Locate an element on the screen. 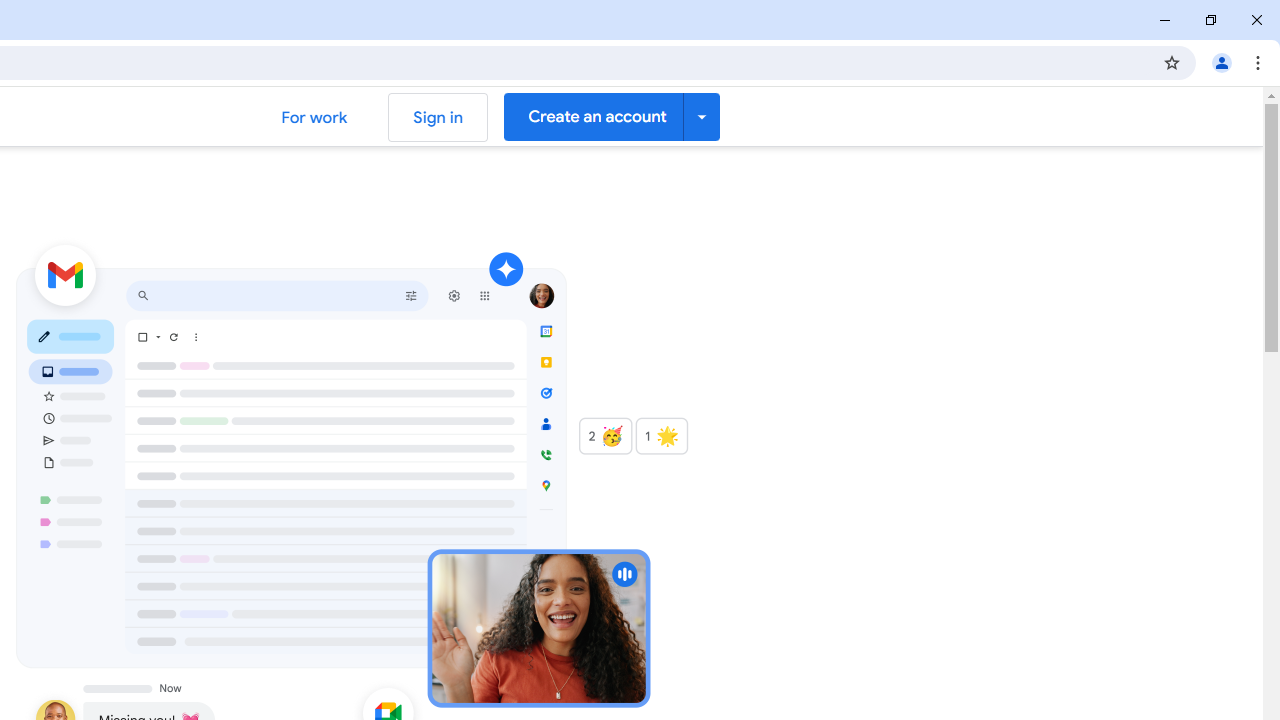 This screenshot has width=1280, height=720. 'Create an account' is located at coordinates (610, 116).